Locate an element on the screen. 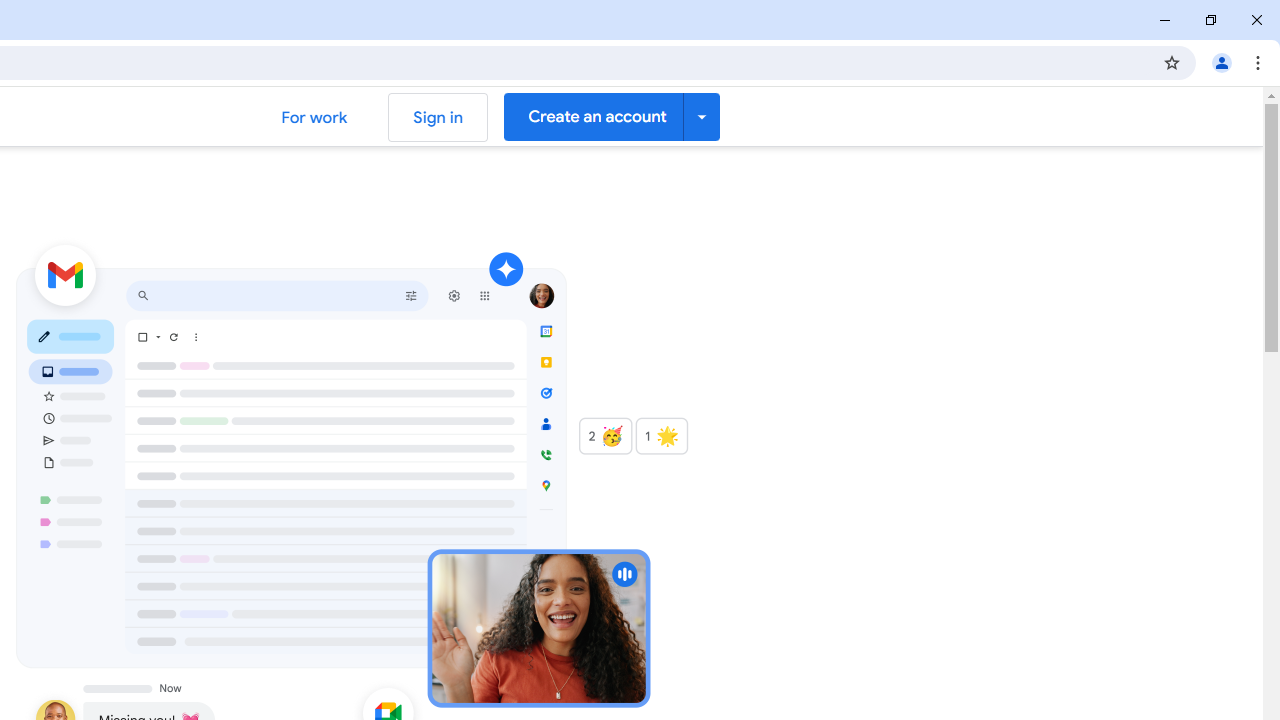 This screenshot has width=1280, height=720. 'Create an account' is located at coordinates (610, 116).